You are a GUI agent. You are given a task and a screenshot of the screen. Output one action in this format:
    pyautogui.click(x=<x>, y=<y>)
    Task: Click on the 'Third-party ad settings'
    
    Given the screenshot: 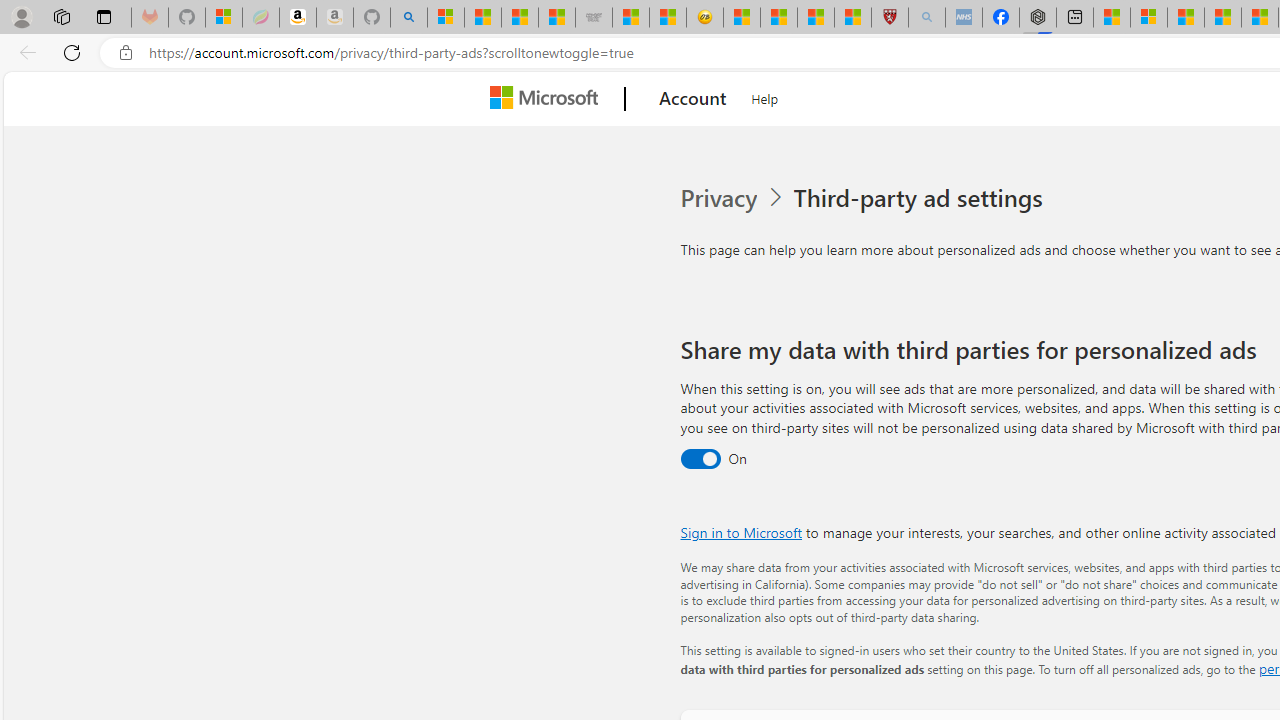 What is the action you would take?
    pyautogui.click(x=921, y=198)
    